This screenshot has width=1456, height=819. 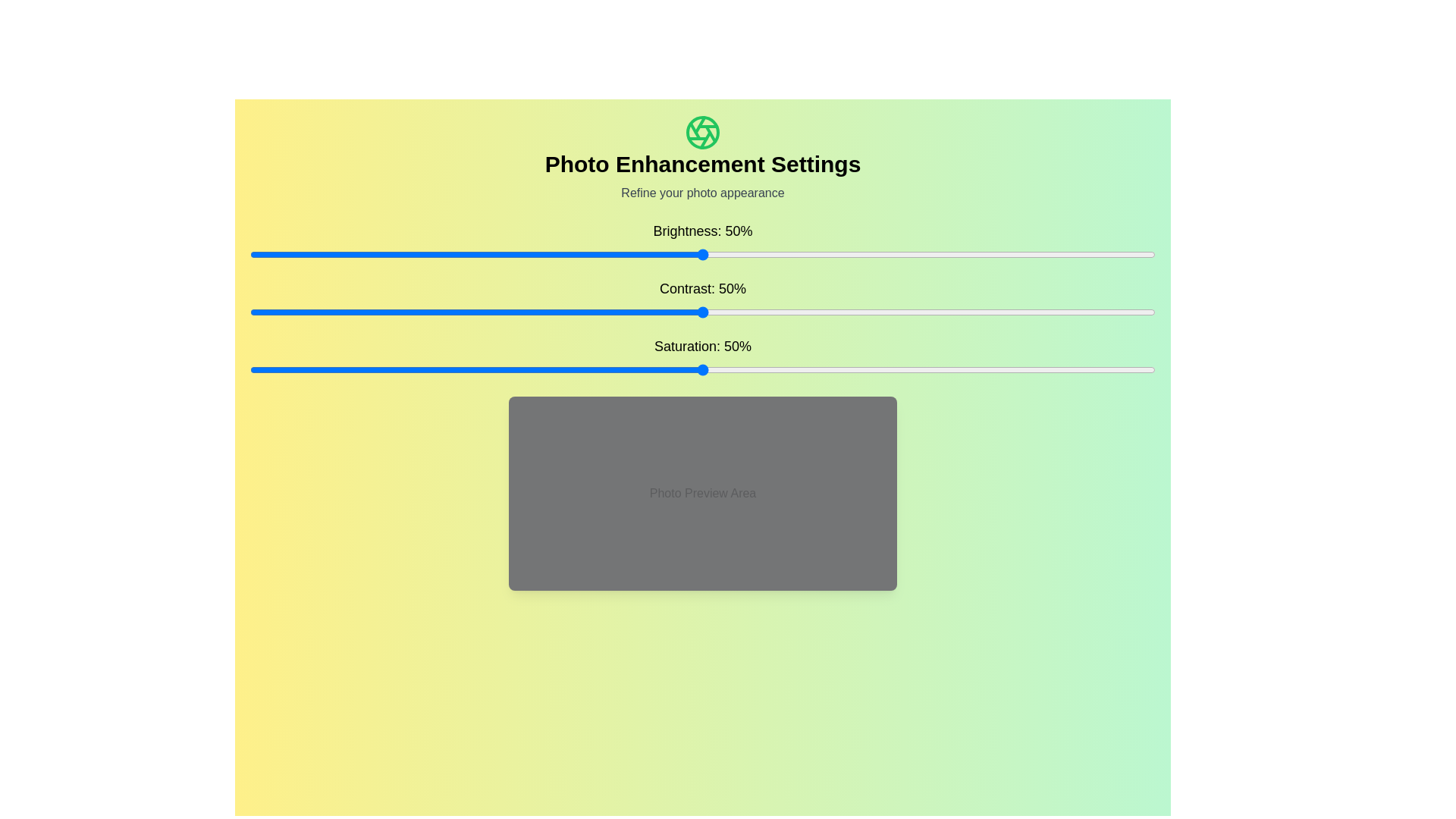 What do you see at coordinates (303, 370) in the screenshot?
I see `the saturation slider to 6%` at bounding box center [303, 370].